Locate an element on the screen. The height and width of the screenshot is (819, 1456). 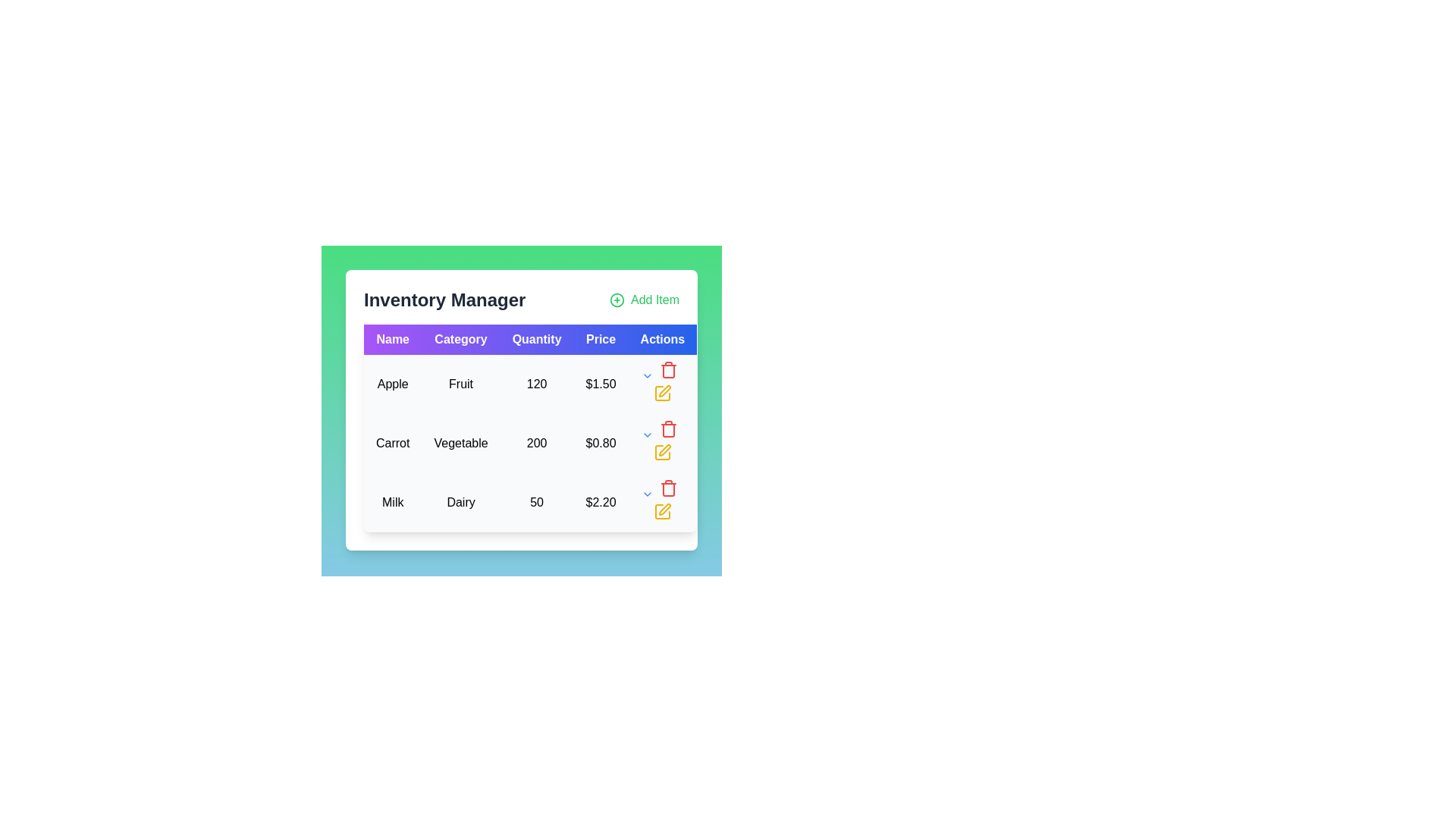
the icon located at the top-right corner of the 'Add Item' button, which signifies the addition operation to the user is located at coordinates (617, 300).